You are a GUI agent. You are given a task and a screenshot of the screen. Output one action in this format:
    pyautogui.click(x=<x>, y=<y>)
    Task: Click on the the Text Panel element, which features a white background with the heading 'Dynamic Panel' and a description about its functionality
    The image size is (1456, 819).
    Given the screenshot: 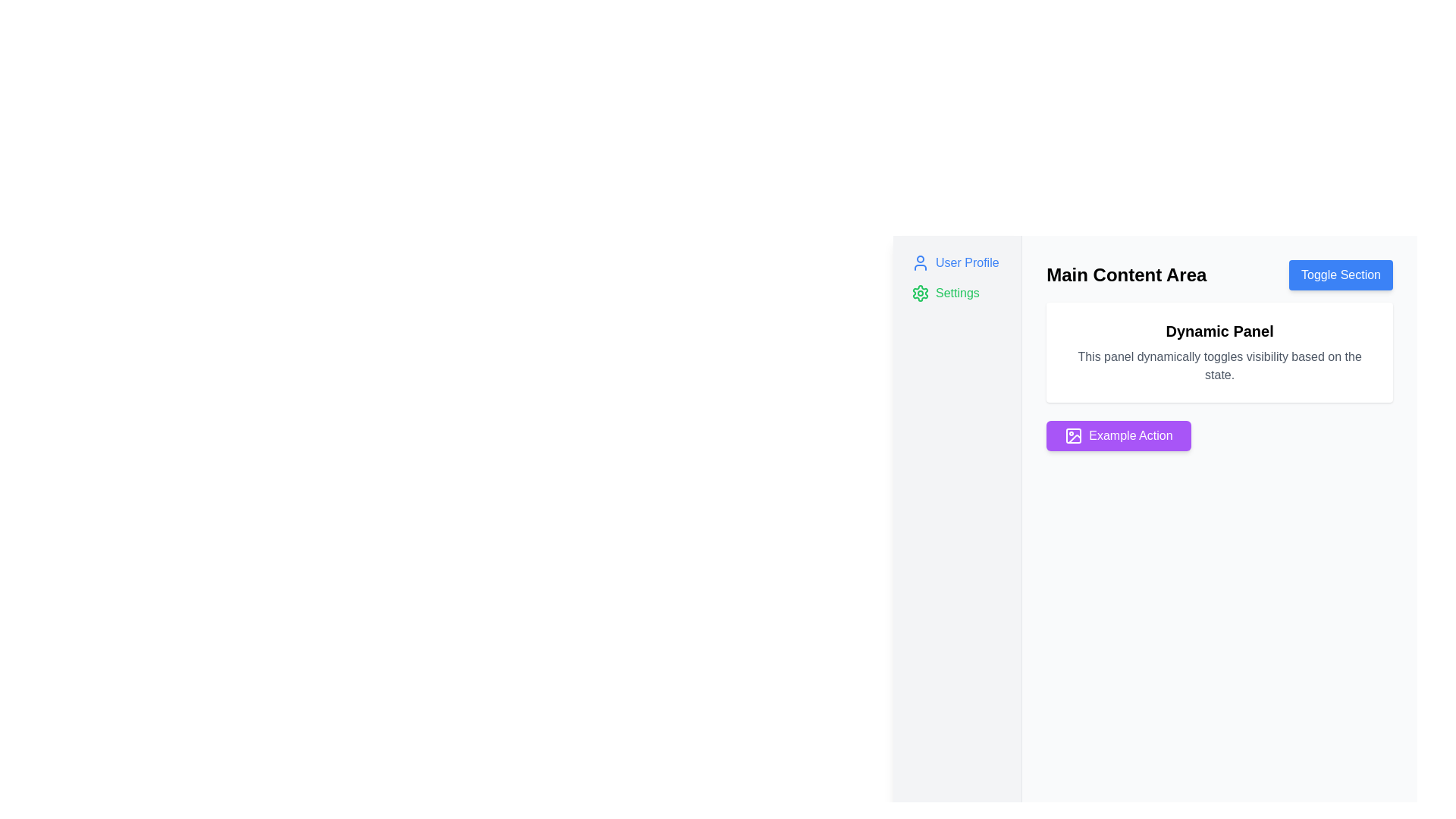 What is the action you would take?
    pyautogui.click(x=1219, y=353)
    